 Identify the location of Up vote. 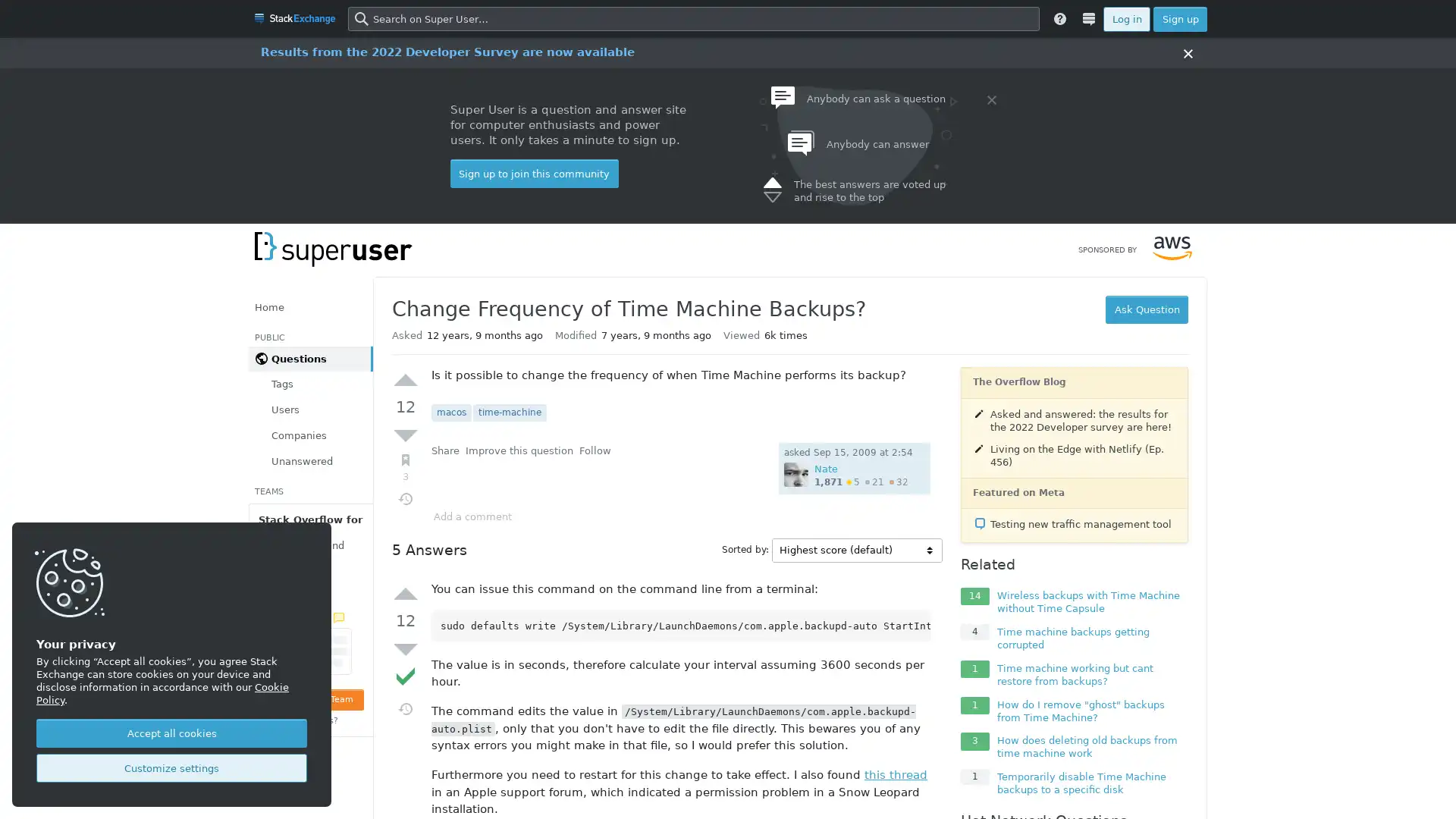
(405, 379).